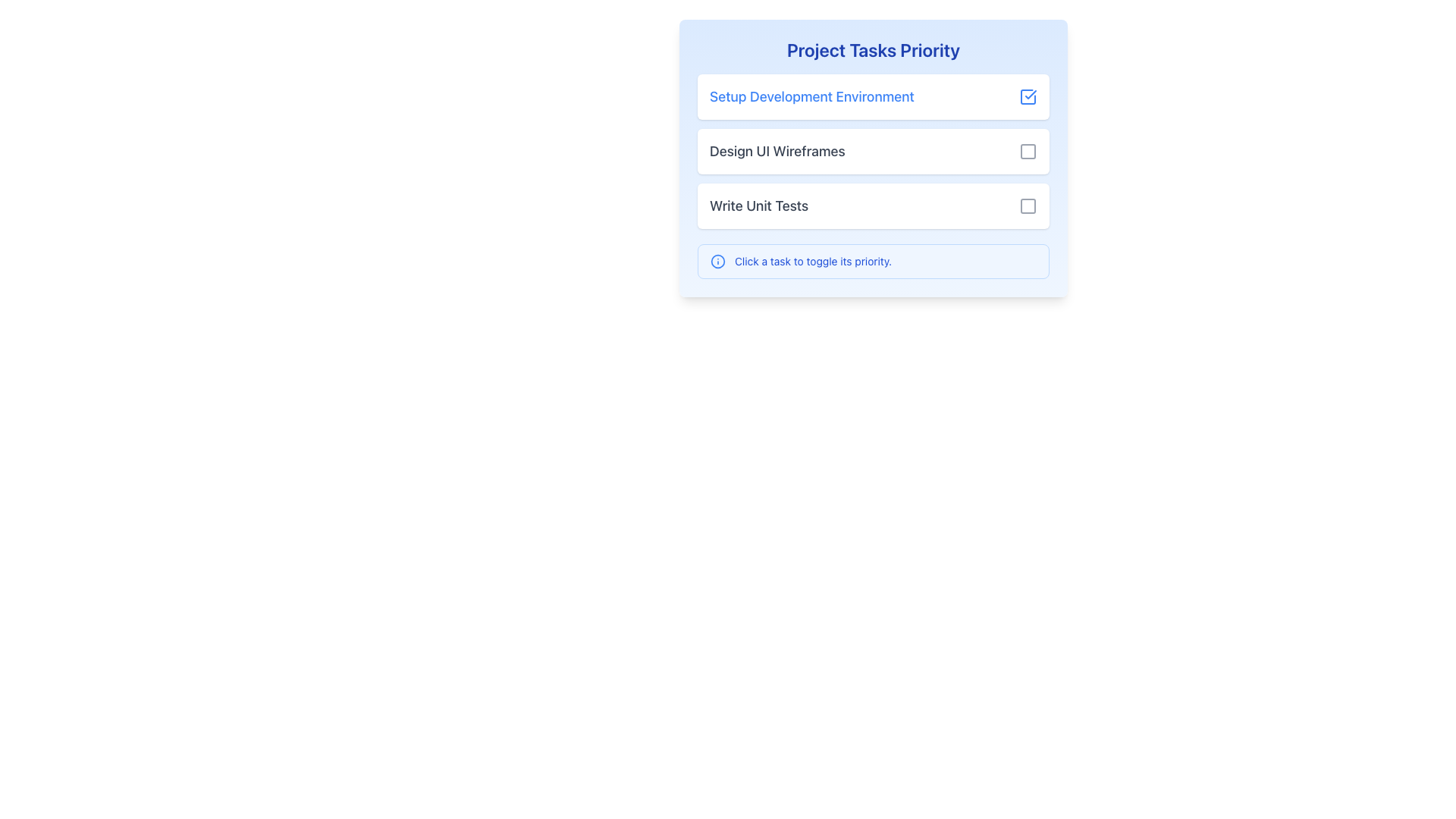 The image size is (1456, 819). I want to click on the graphical button used to toggle settings related to the task 'Write Unit Tests', located to the right of the task in the displayed task list, so click(1028, 206).